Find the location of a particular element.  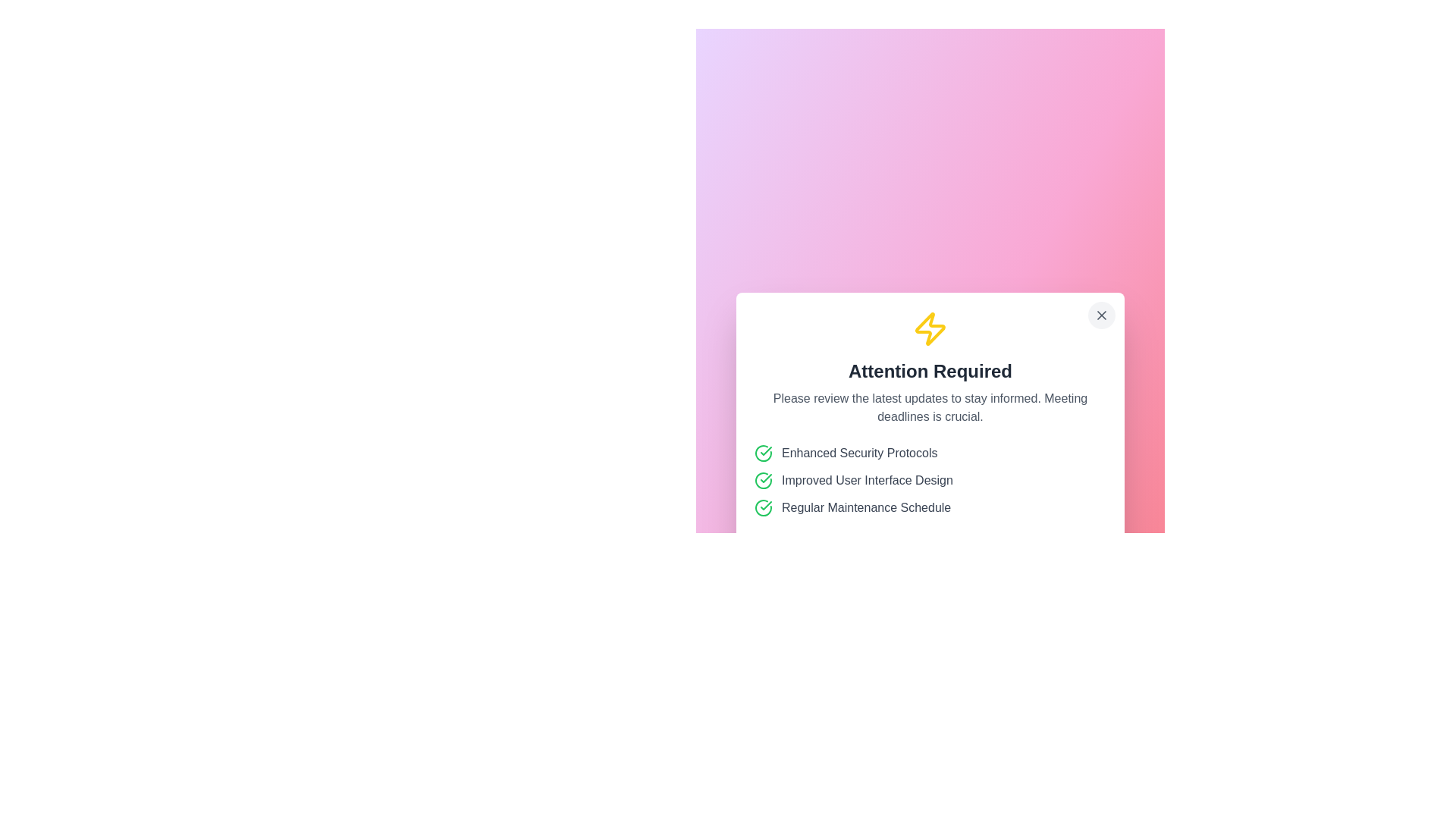

the paragraph of text styled in a smaller, gray font that reads 'Please review the latest updates to stay informed. Meeting deadlines is crucial.' located below the main header 'Attention Required.' is located at coordinates (930, 406).